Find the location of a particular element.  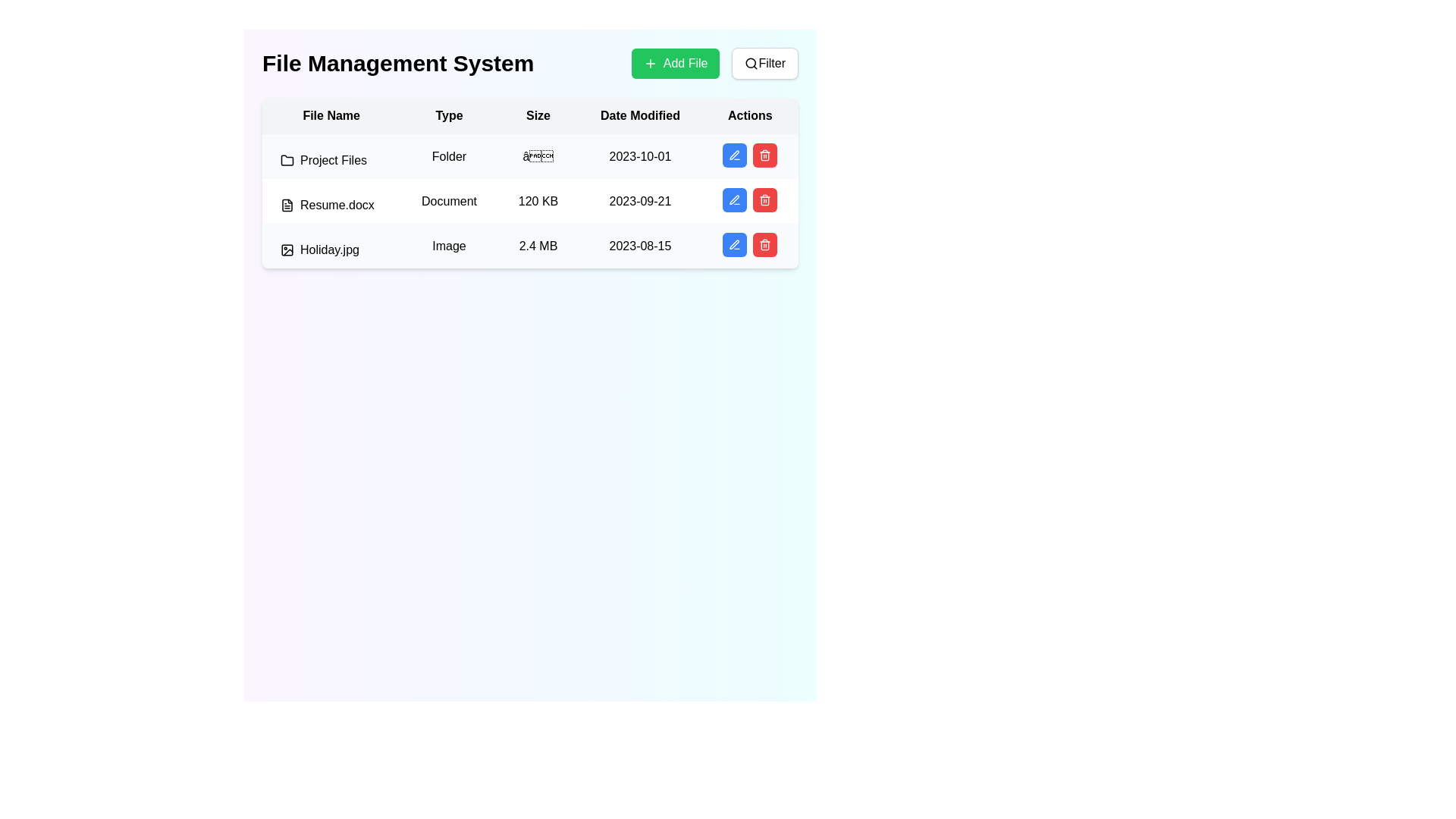

the header of the 'File Management System' which includes the title and action buttons for adding files and filtering is located at coordinates (530, 63).